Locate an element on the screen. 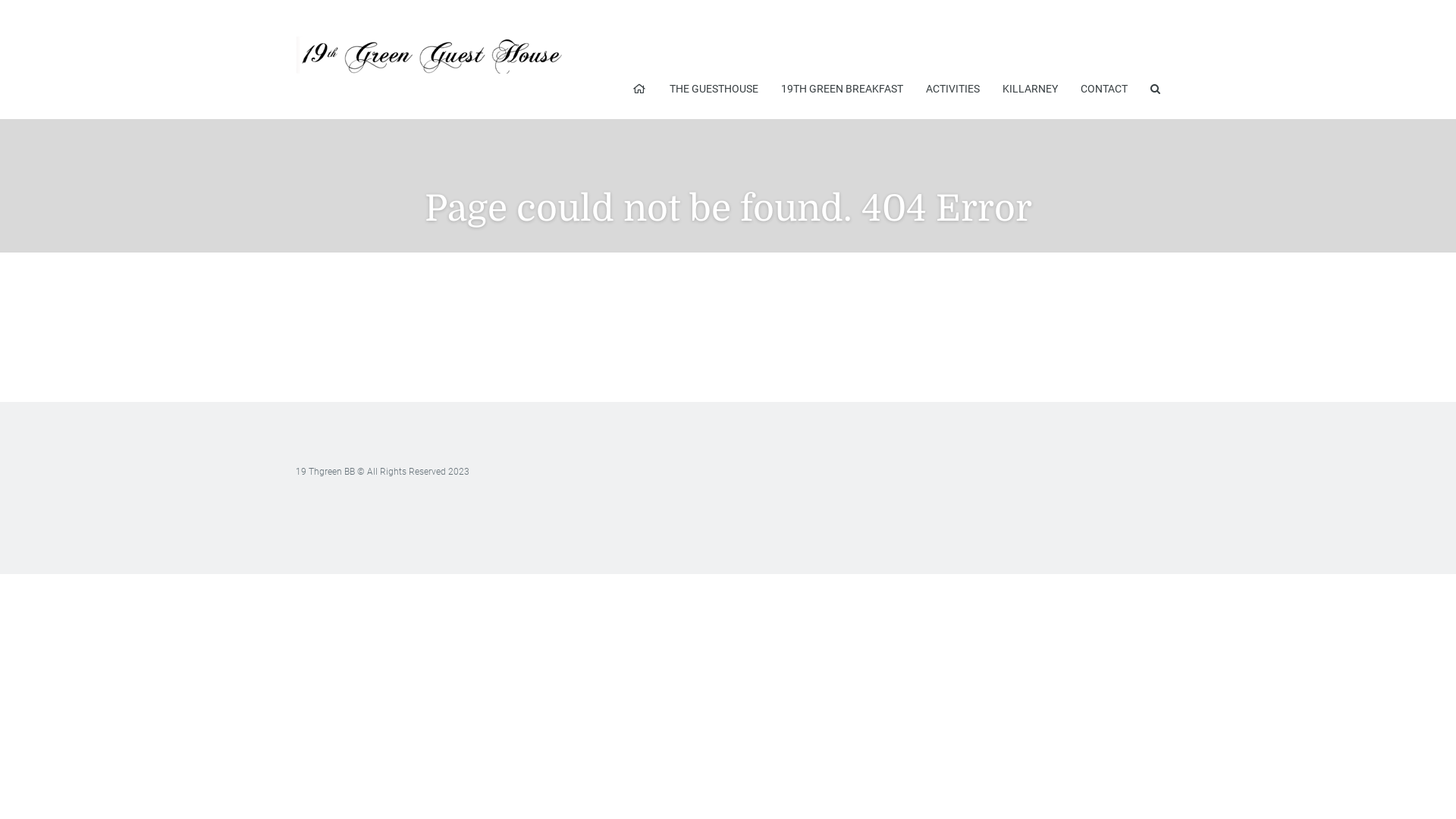  '19TH GREEN BREAKFAST' is located at coordinates (841, 88).